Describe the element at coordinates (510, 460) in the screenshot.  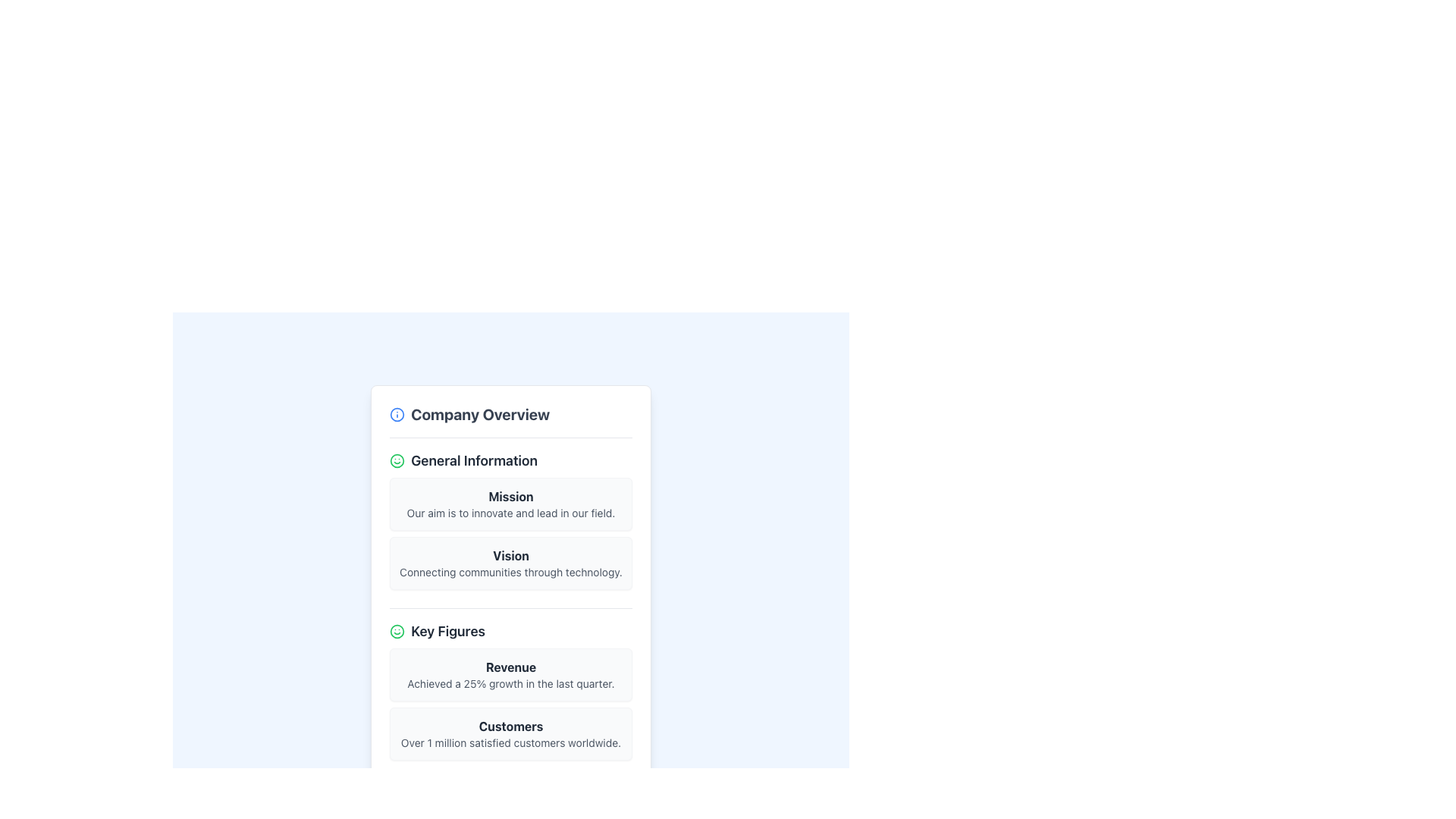
I see `the Text Label that introduces the section containing general information descriptions, positioned below 'Company Overview' and above 'Mission' and 'Vision'` at that location.